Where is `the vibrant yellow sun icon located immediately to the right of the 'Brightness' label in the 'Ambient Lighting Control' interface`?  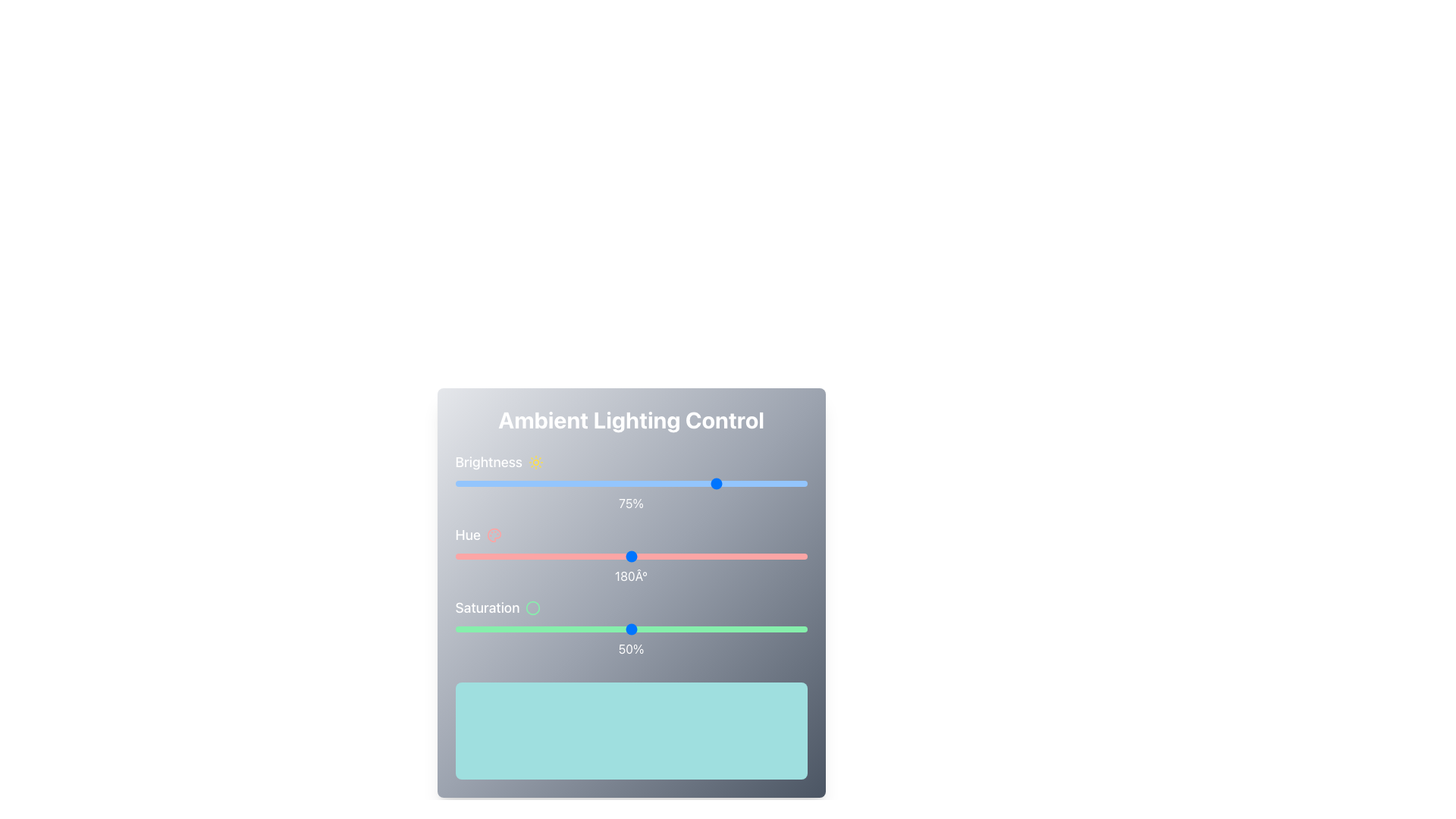
the vibrant yellow sun icon located immediately to the right of the 'Brightness' label in the 'Ambient Lighting Control' interface is located at coordinates (535, 461).